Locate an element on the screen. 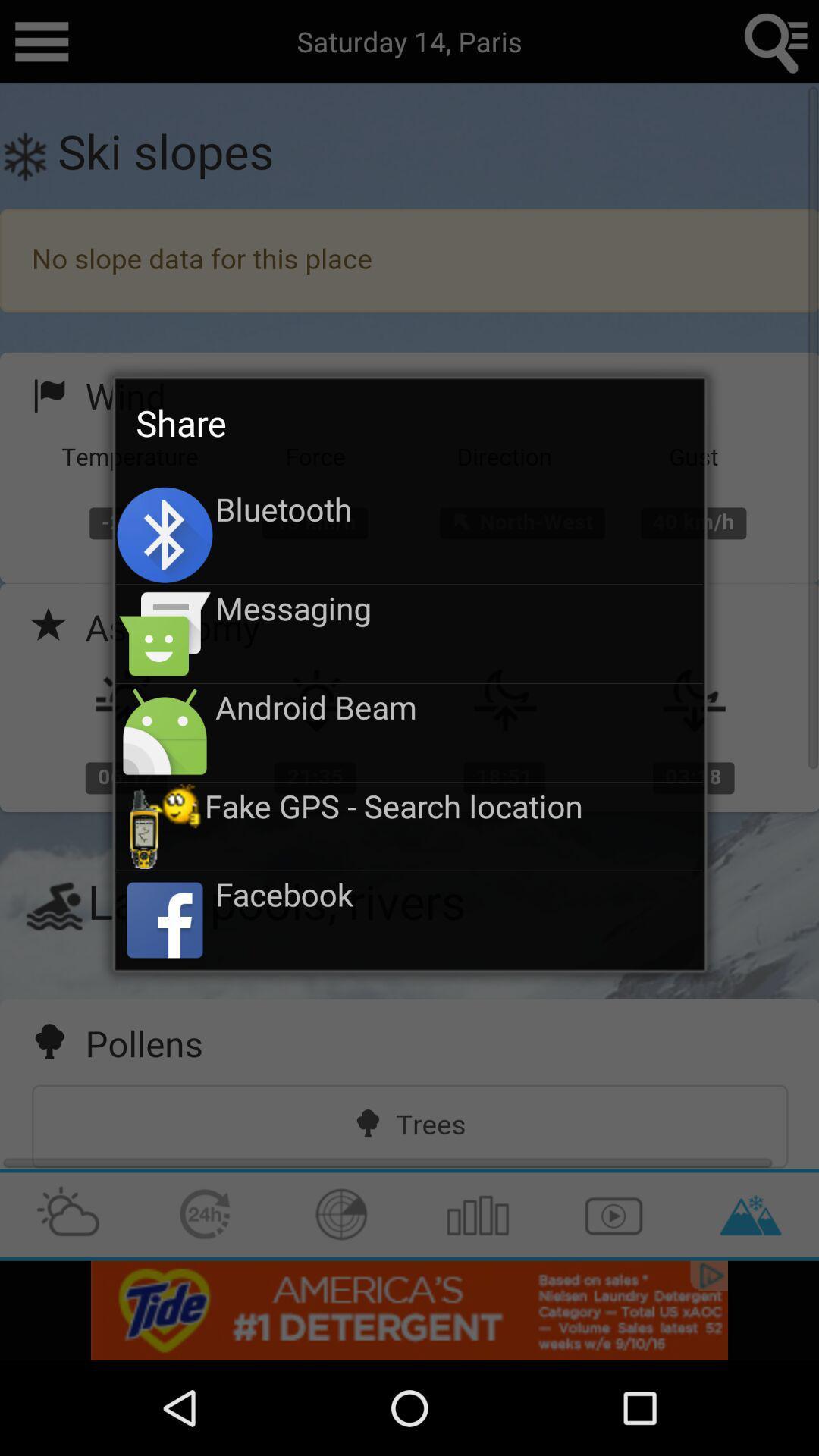 The height and width of the screenshot is (1456, 819). the facebook app is located at coordinates (458, 894).